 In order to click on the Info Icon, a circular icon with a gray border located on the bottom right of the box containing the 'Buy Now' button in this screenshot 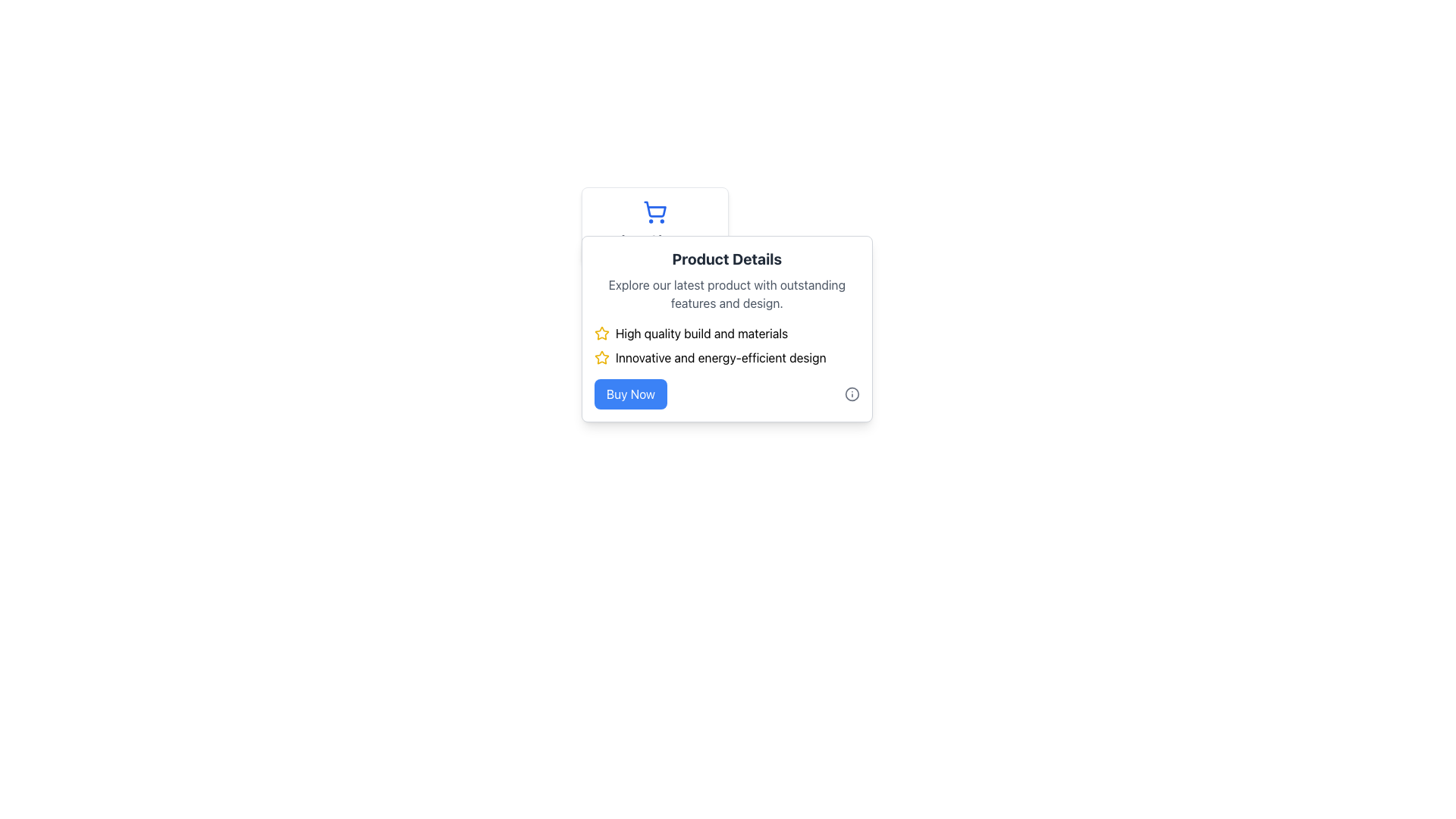, I will do `click(852, 394)`.